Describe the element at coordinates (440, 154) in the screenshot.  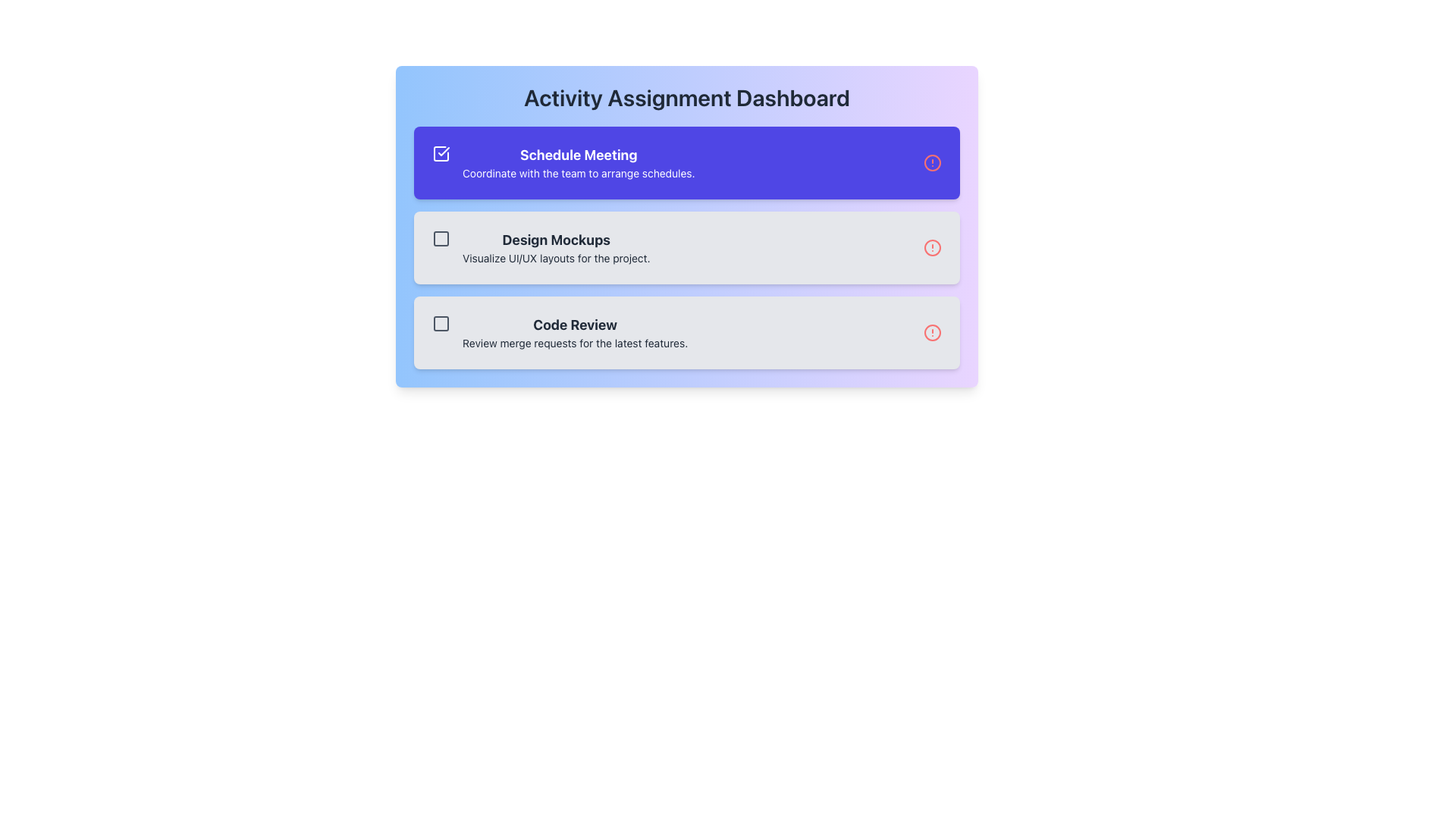
I see `the Checkbox styled as an icon located at the top-left corner of the 'Schedule Meeting' card` at that location.